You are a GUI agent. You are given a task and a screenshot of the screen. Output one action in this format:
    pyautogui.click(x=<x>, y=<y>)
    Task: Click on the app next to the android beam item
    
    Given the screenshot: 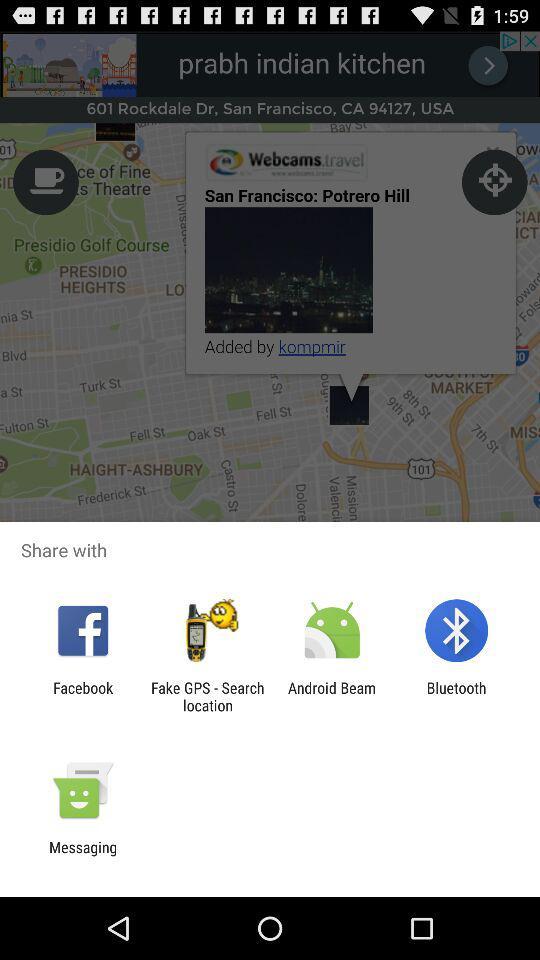 What is the action you would take?
    pyautogui.click(x=456, y=696)
    